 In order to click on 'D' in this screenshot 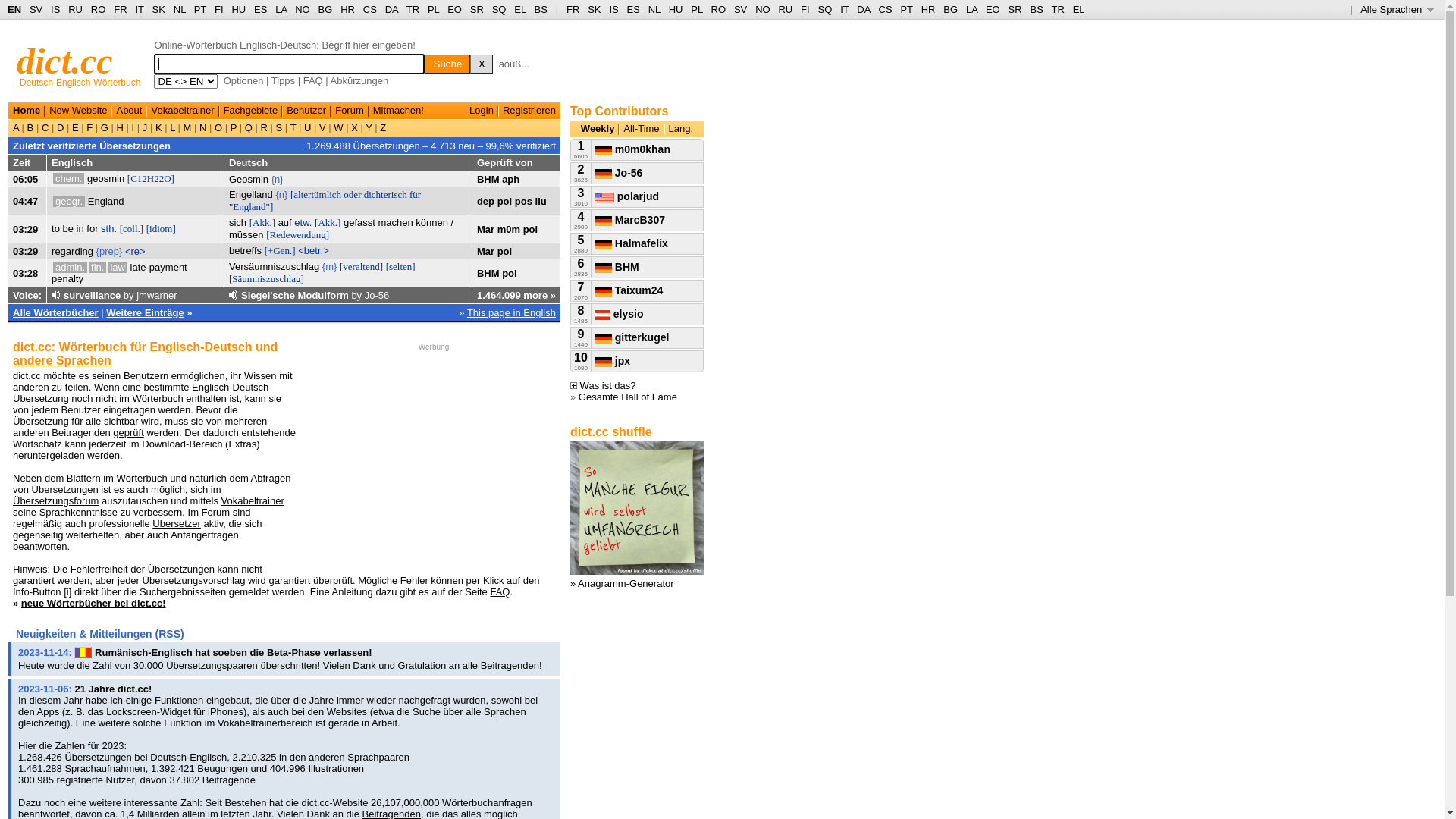, I will do `click(60, 127)`.